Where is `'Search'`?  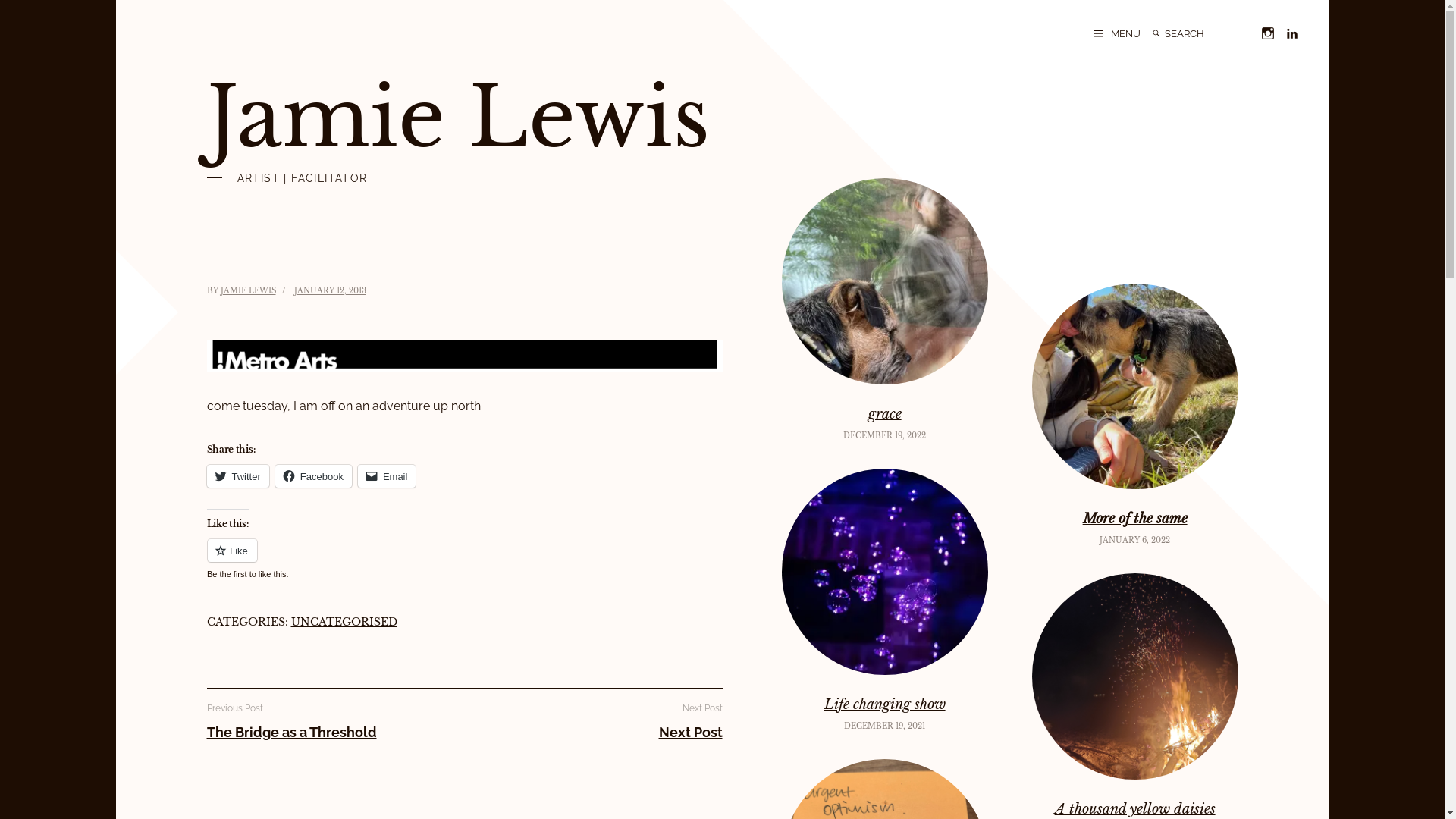 'Search' is located at coordinates (1154, 33).